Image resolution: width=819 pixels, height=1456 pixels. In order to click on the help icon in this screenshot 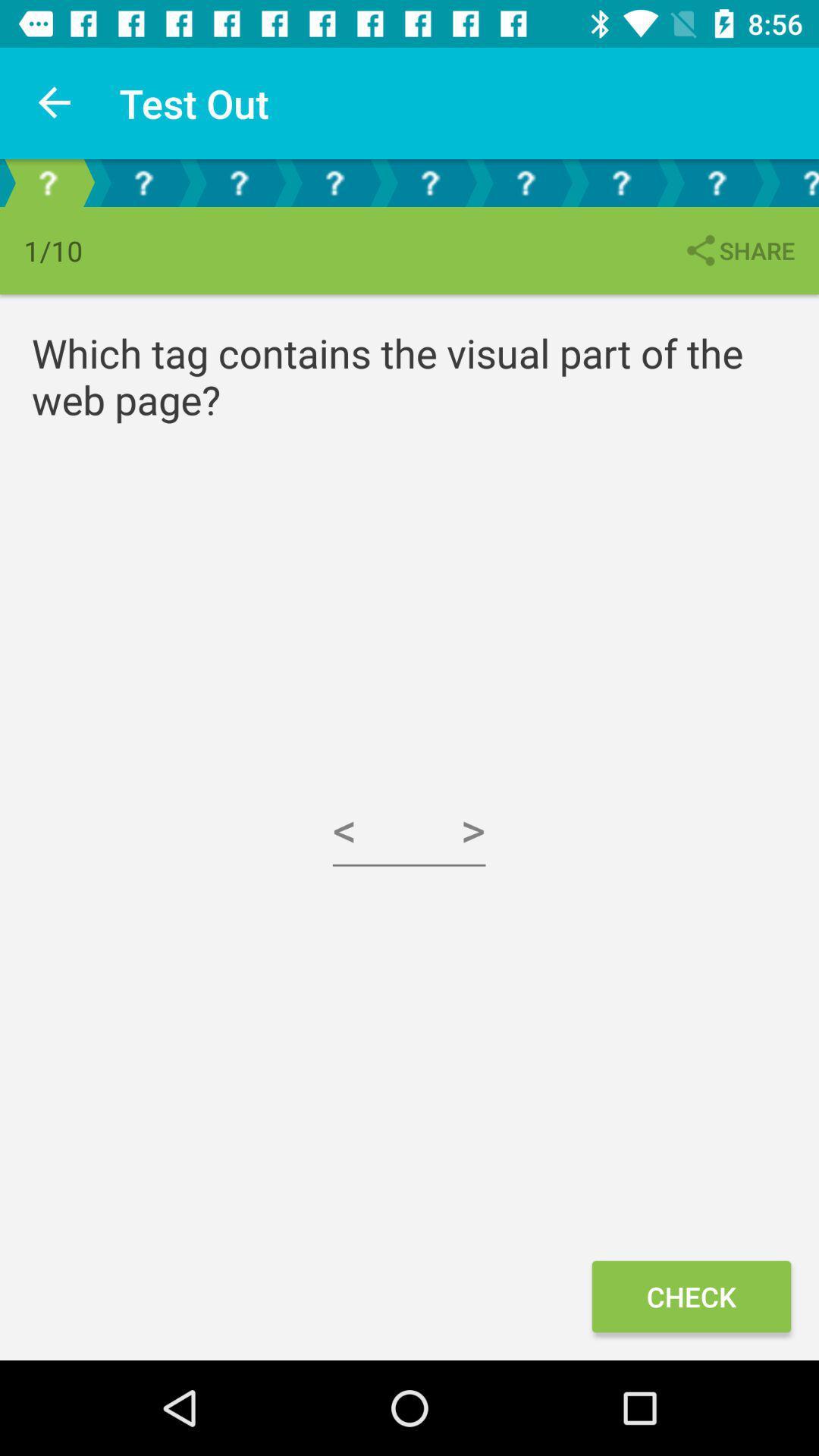, I will do `click(525, 182)`.